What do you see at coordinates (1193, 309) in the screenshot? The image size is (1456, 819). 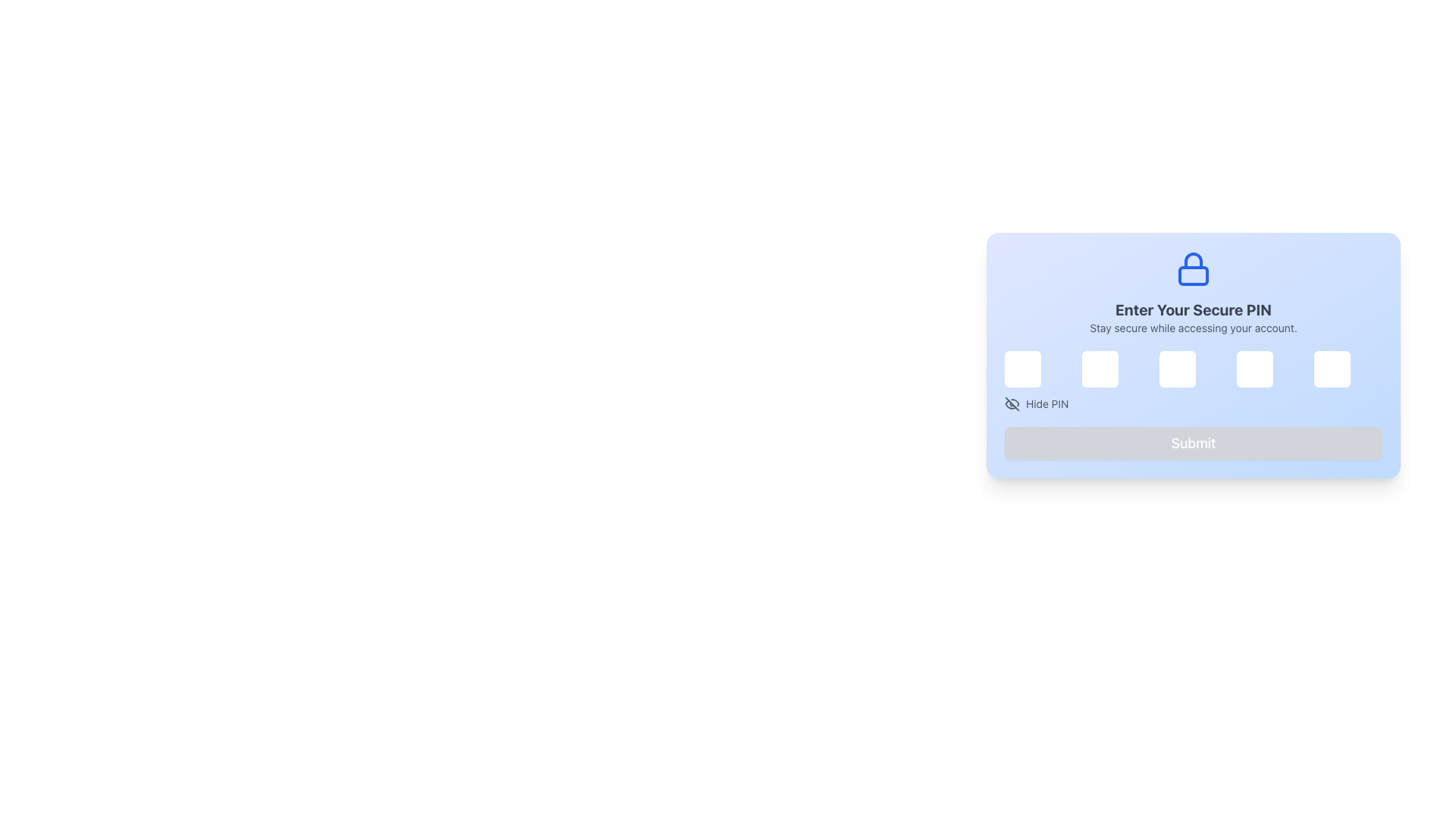 I see `text label instructing the user to enter their secure PIN, which is positioned below the lock icon and above the explanatory text` at bounding box center [1193, 309].